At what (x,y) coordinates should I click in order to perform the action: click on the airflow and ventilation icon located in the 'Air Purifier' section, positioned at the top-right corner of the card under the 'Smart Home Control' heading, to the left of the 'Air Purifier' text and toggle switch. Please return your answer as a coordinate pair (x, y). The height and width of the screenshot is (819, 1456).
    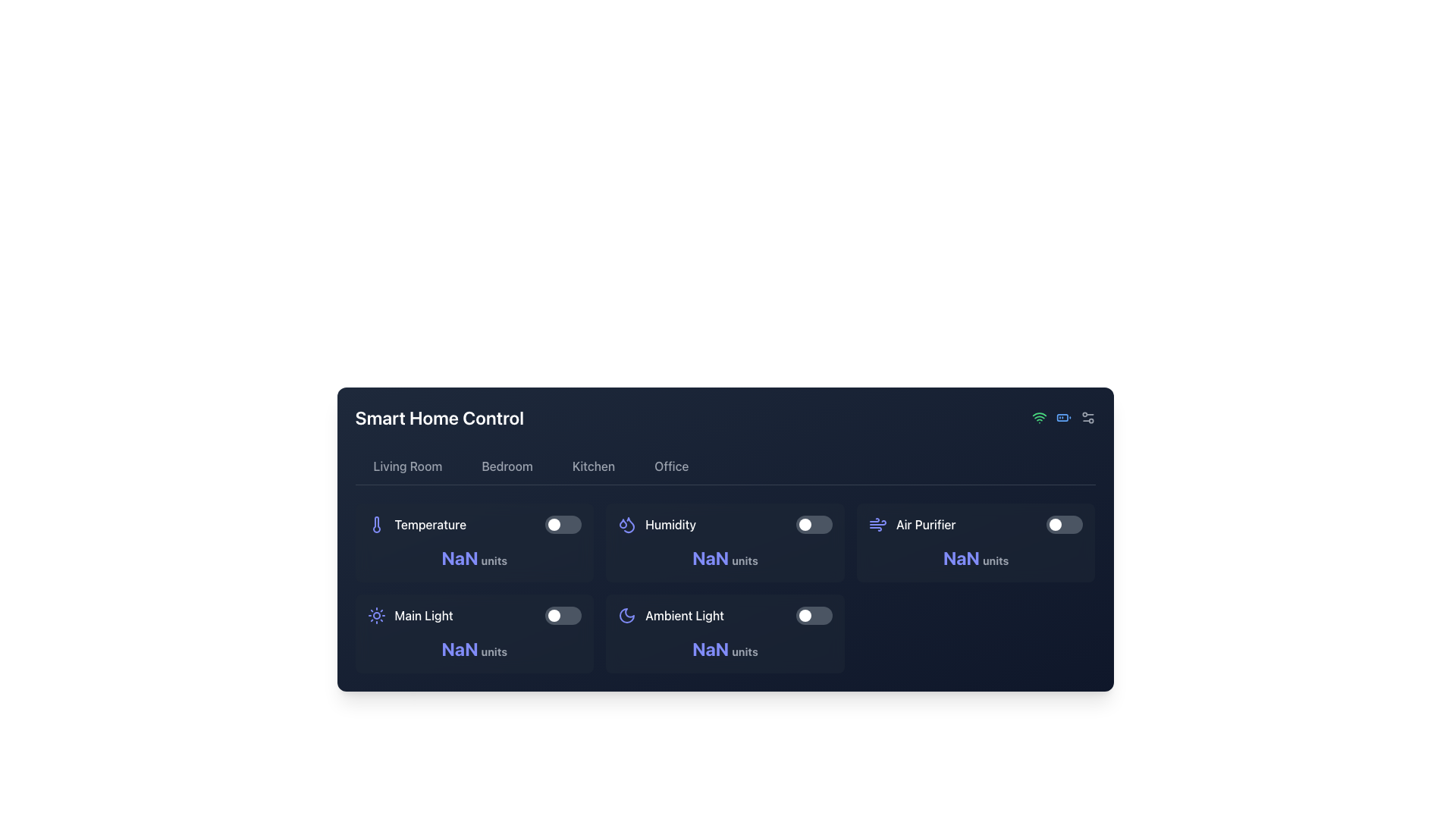
    Looking at the image, I should click on (877, 523).